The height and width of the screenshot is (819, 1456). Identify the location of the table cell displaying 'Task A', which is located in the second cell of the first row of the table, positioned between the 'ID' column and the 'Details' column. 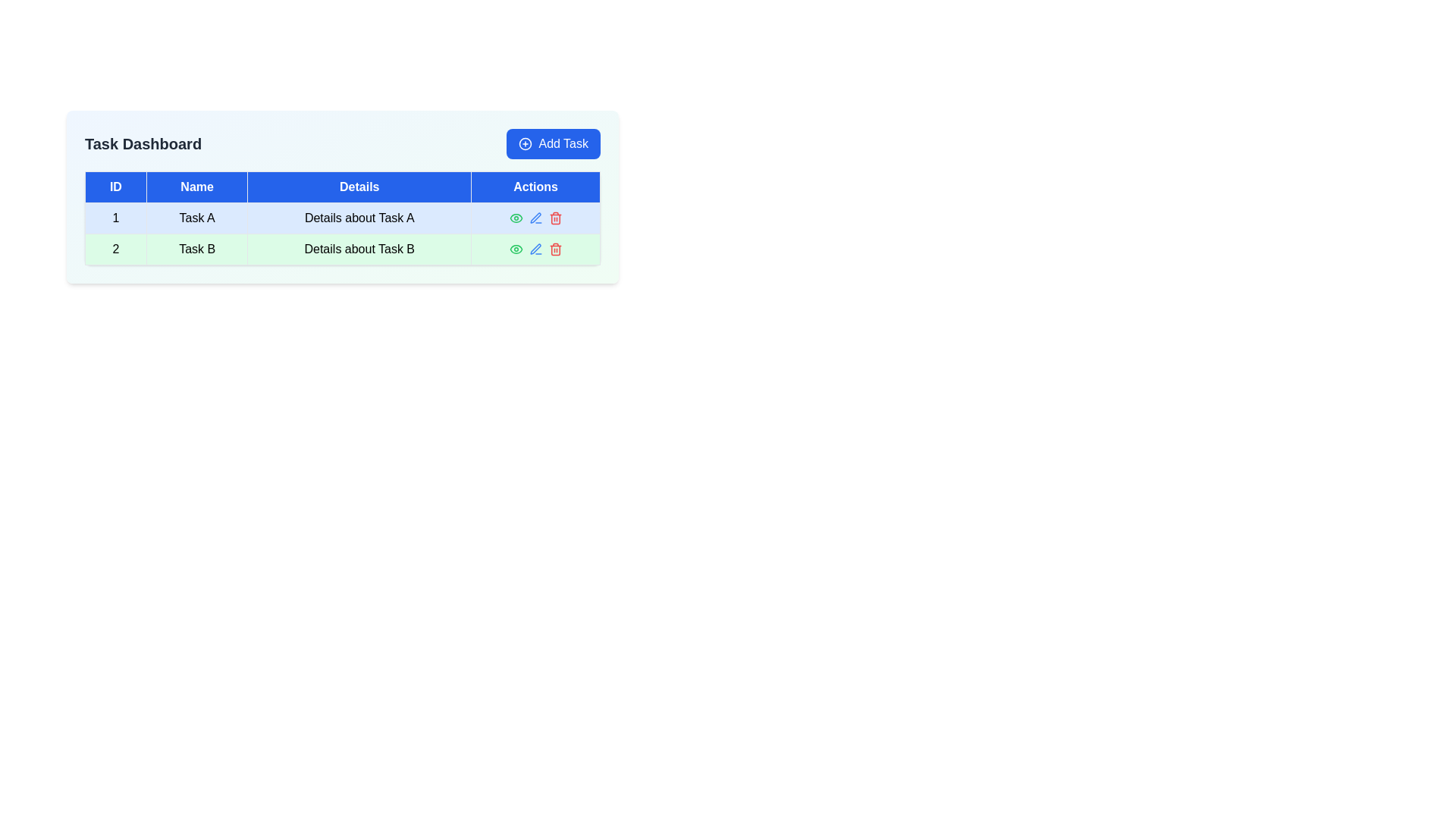
(196, 218).